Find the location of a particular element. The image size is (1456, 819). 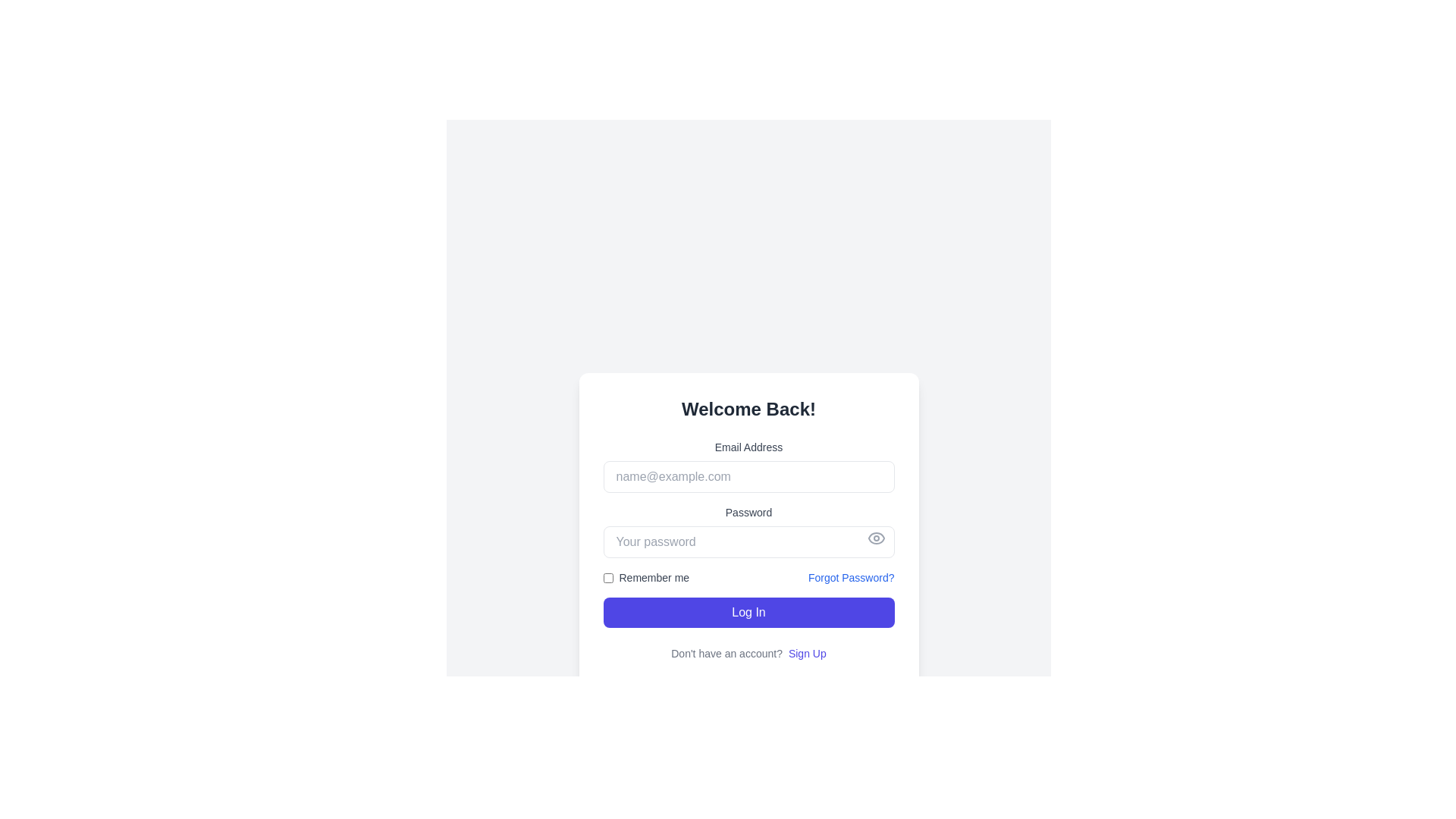

the visibility toggle icon located in the top-right corner of the password input field adjacent to the placeholder text 'Your password' under the heading 'Welcome Back!' is located at coordinates (876, 537).